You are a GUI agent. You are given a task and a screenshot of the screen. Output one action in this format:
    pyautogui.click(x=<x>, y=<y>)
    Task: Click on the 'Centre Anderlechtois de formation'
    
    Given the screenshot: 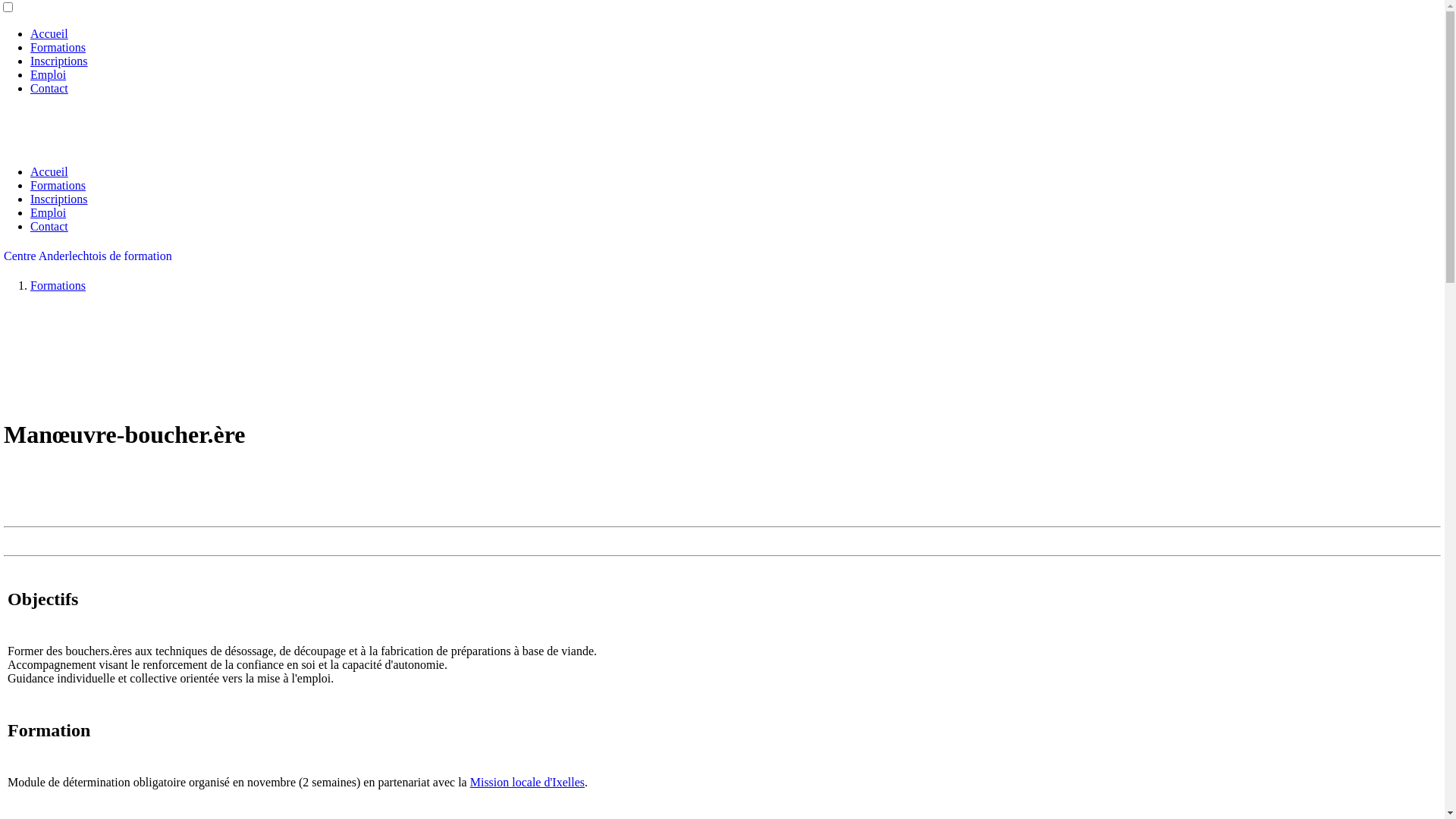 What is the action you would take?
    pyautogui.click(x=86, y=255)
    